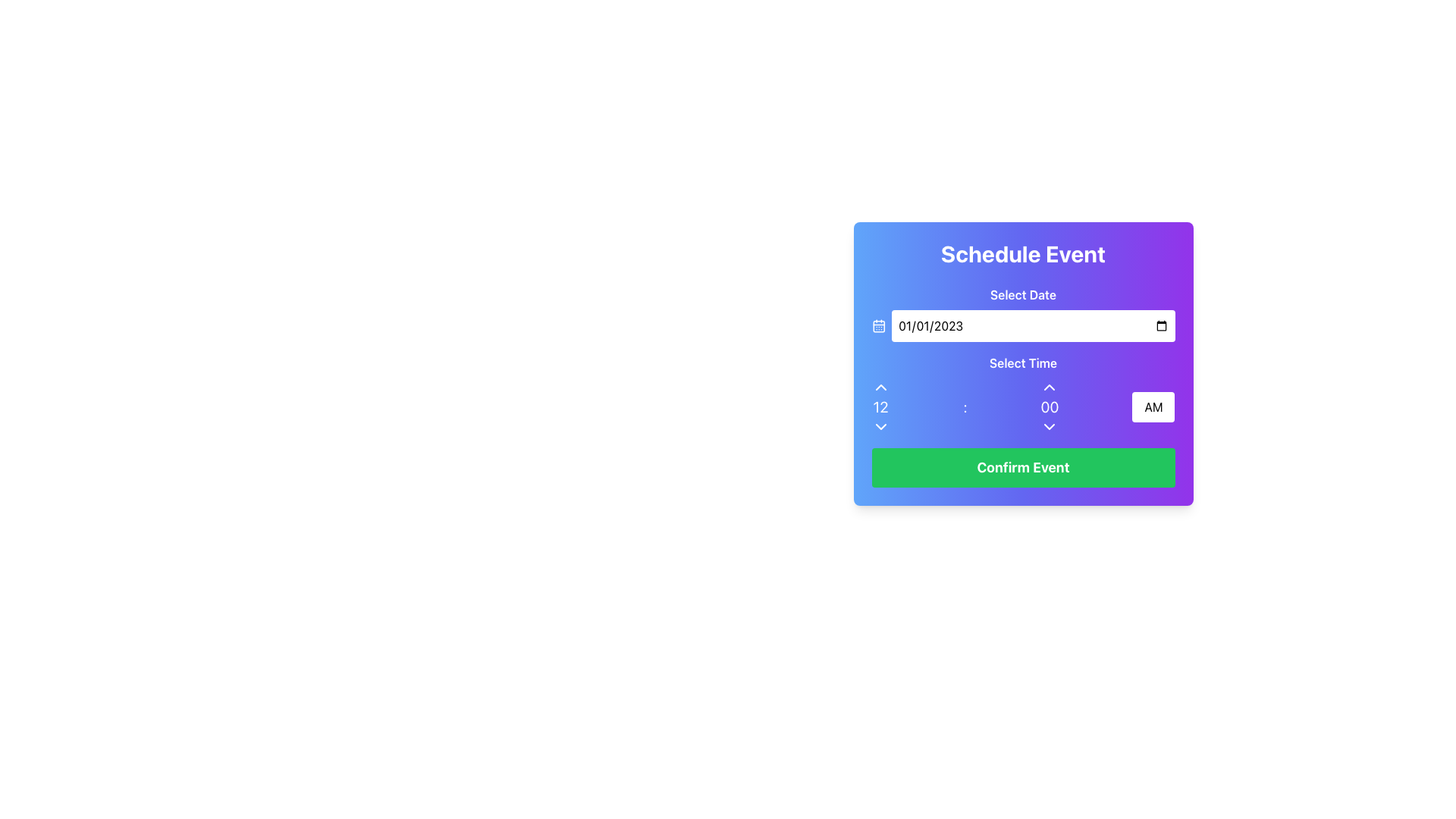 Image resolution: width=1456 pixels, height=819 pixels. What do you see at coordinates (1049, 427) in the screenshot?
I see `the chevron icon located below the numeric '00' field in the 'Select Time' section of the 'Schedule Event' interface` at bounding box center [1049, 427].